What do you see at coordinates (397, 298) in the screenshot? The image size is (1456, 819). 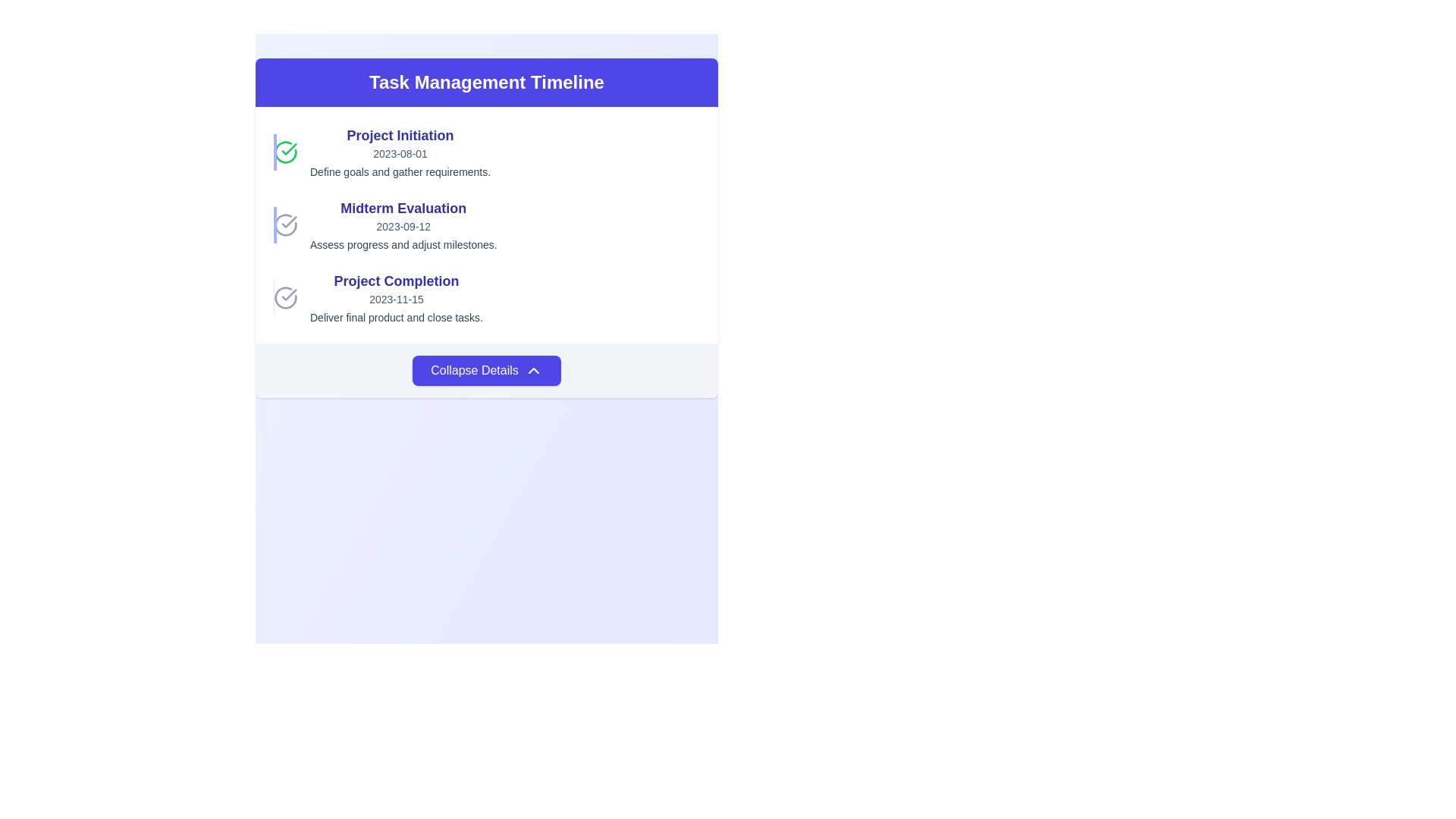 I see `the 'Project Completion' text block located between 'Midterm Evaluation' and 'Collapse Details' in the 'Task Management Timeline' section` at bounding box center [397, 298].